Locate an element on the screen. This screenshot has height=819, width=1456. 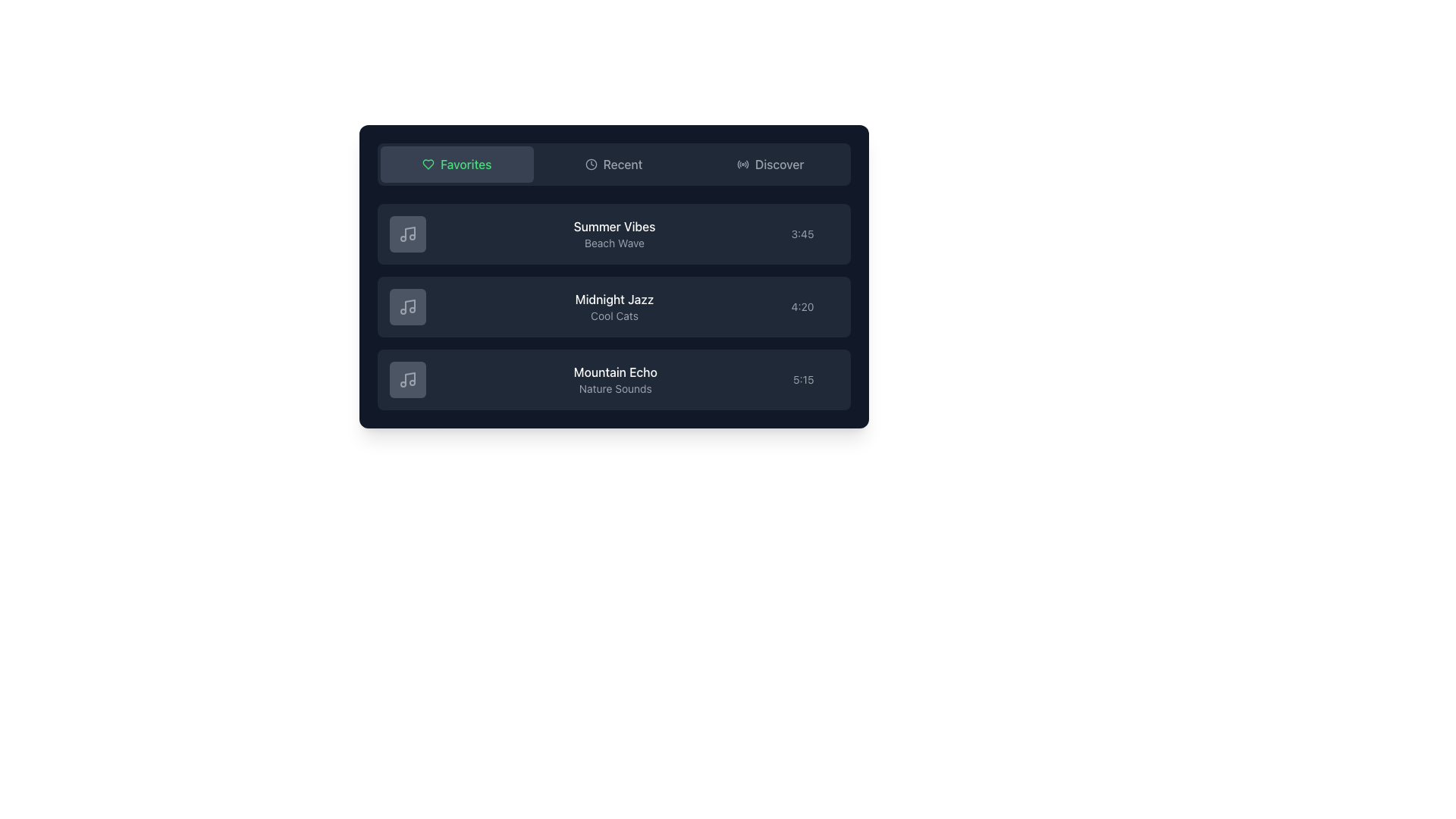
the text label displaying the song title 'Mountain Echo' and genre 'Nature Sounds', which is the third entry in the vertical list of items is located at coordinates (615, 379).